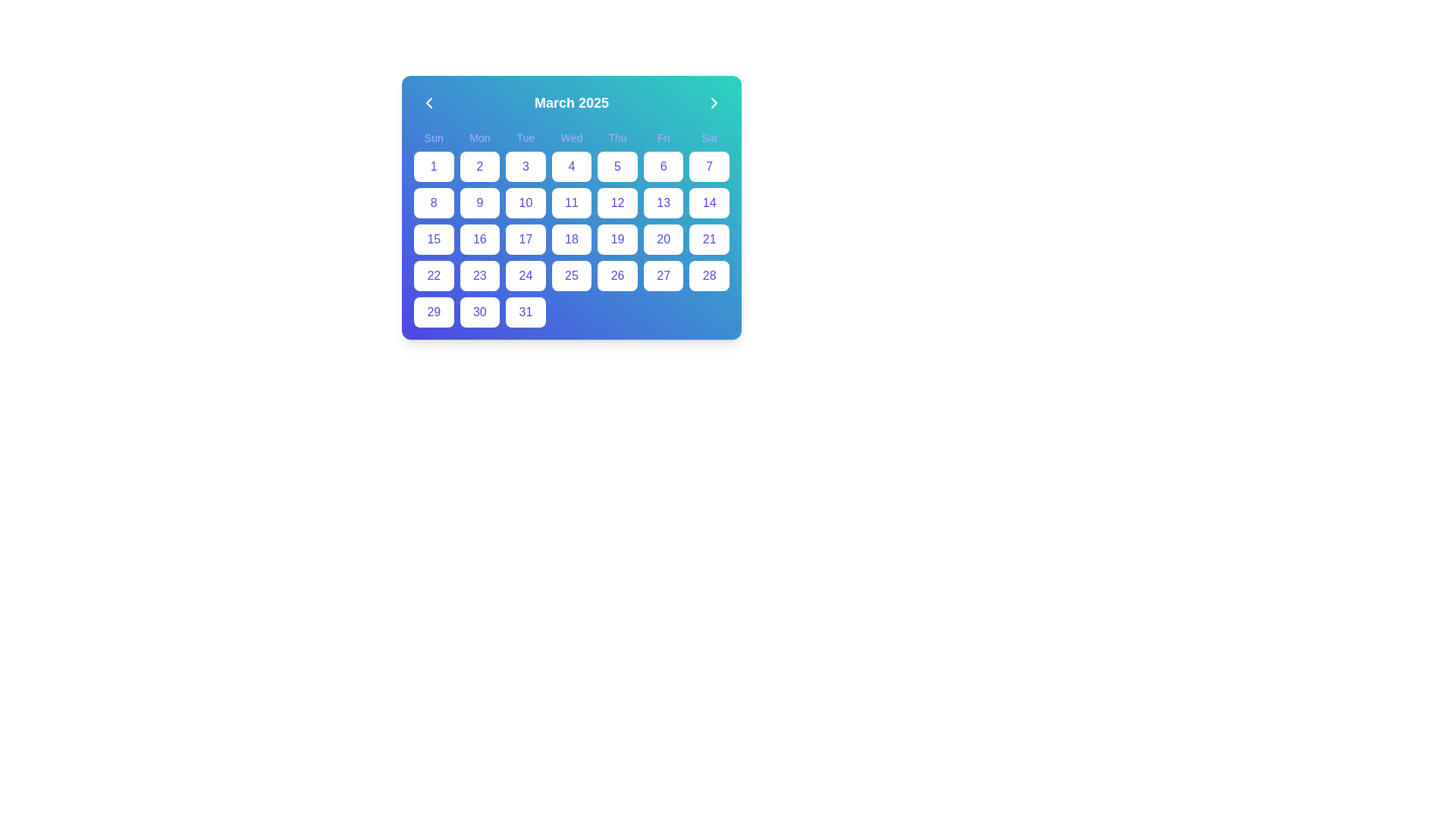 The width and height of the screenshot is (1456, 819). Describe the element at coordinates (663, 239) in the screenshot. I see `the button representing the 20th day of the month in the calendar` at that location.